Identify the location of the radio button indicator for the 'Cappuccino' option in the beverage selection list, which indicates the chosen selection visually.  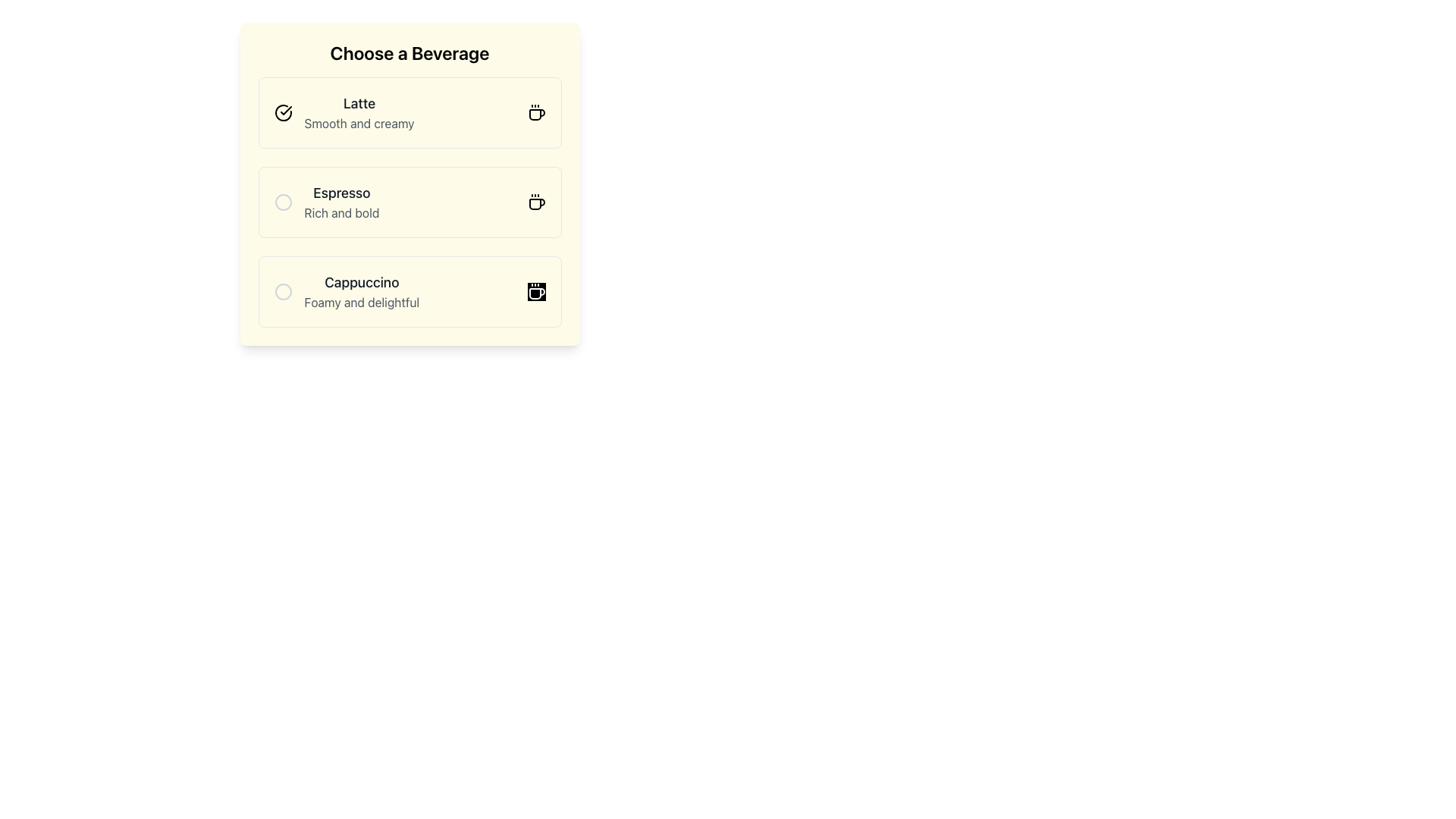
(283, 292).